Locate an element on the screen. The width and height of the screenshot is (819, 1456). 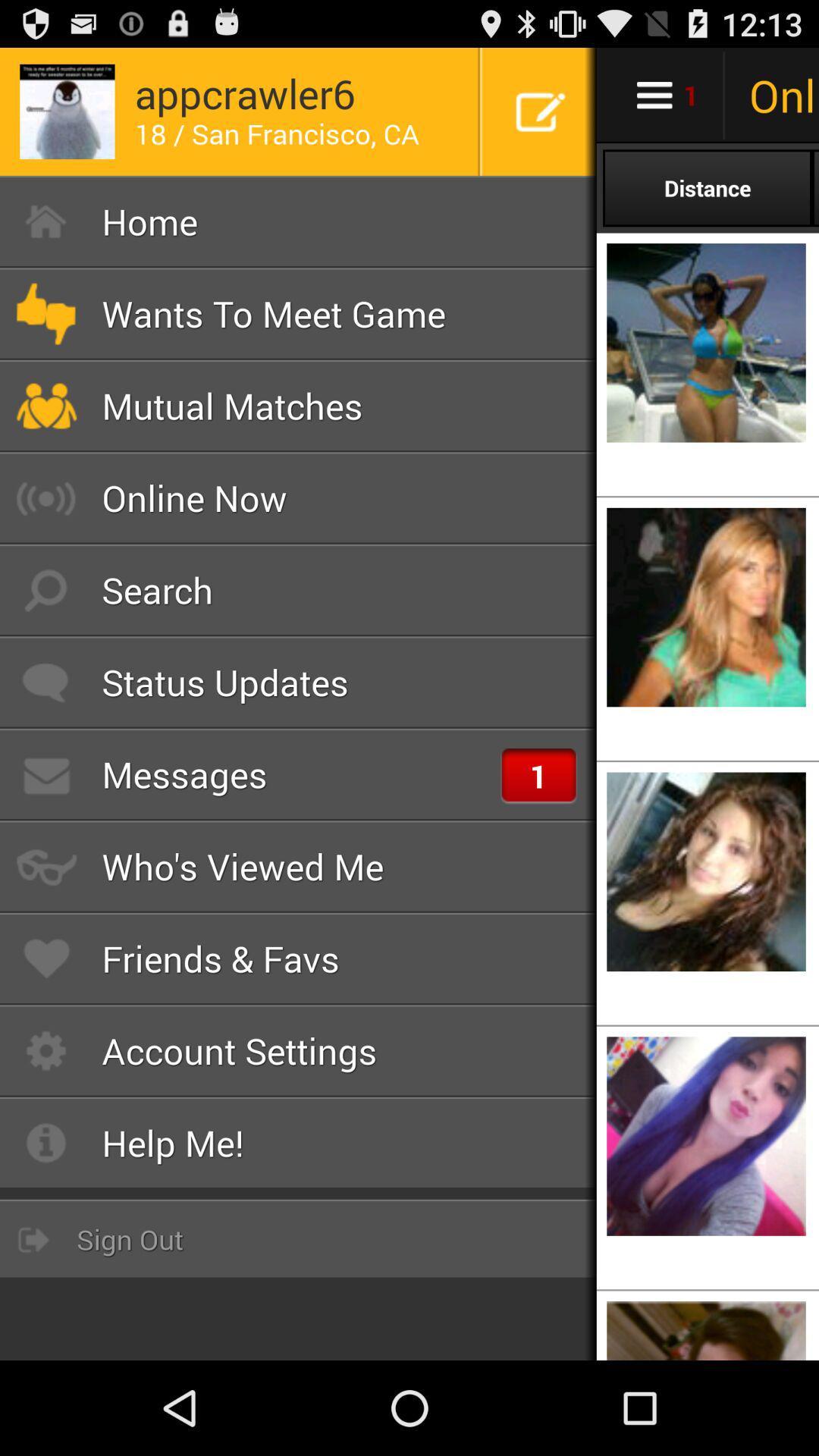
the edit option on the top right of appcrawler6 text is located at coordinates (539, 111).